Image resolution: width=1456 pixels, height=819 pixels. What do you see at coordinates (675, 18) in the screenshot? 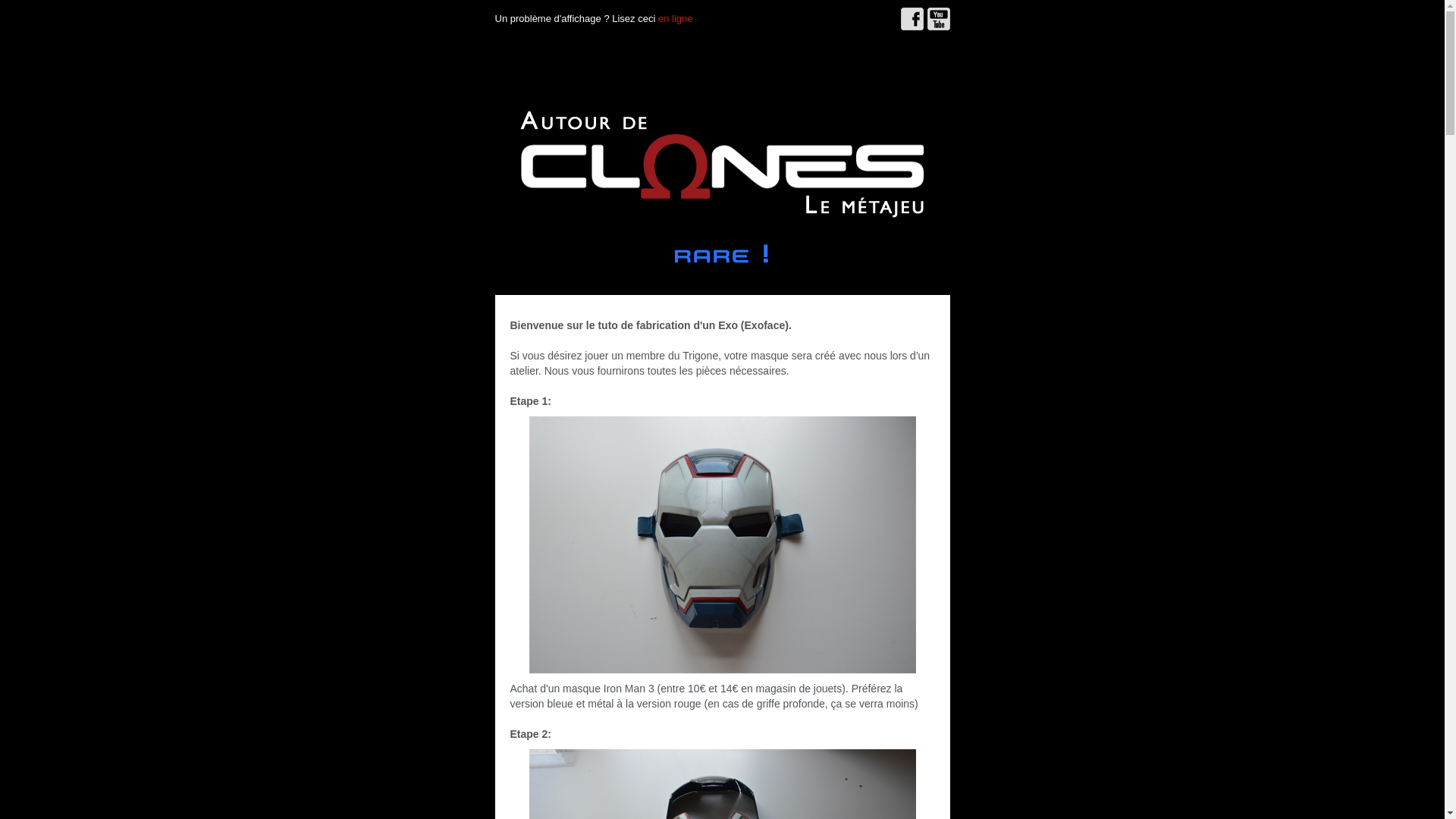
I see `'en ligne'` at bounding box center [675, 18].